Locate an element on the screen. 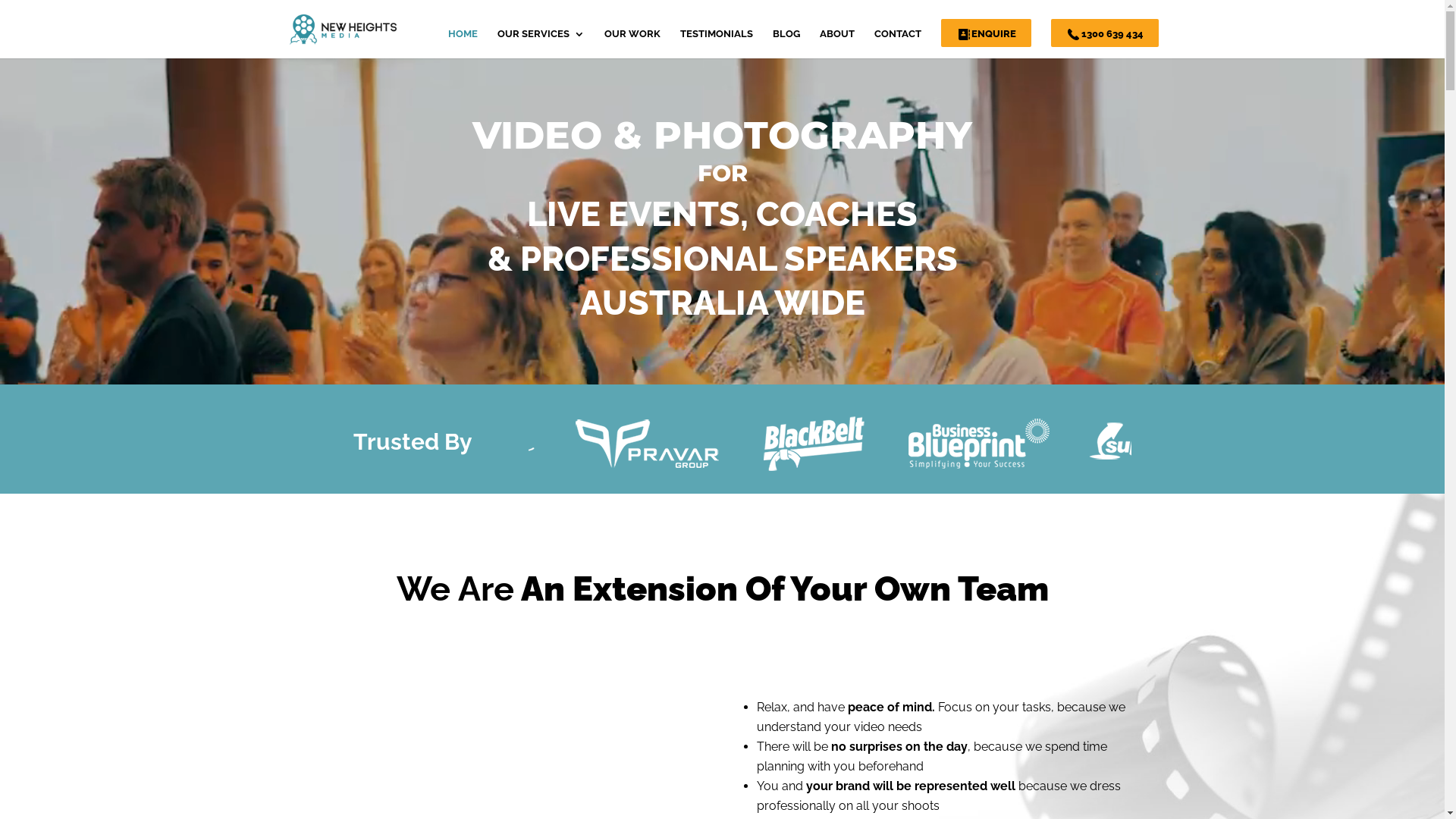  'OUR SERVICES' is located at coordinates (541, 42).